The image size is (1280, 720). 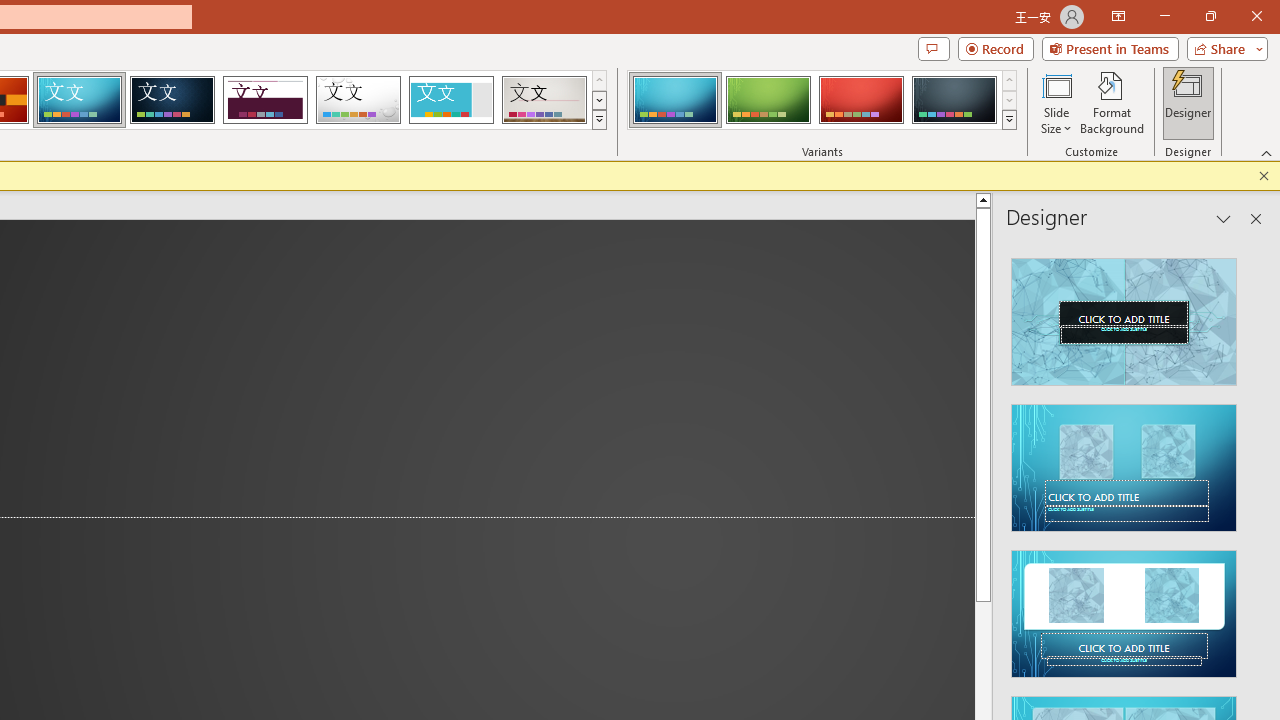 What do you see at coordinates (358, 100) in the screenshot?
I see `'Droplet'` at bounding box center [358, 100].